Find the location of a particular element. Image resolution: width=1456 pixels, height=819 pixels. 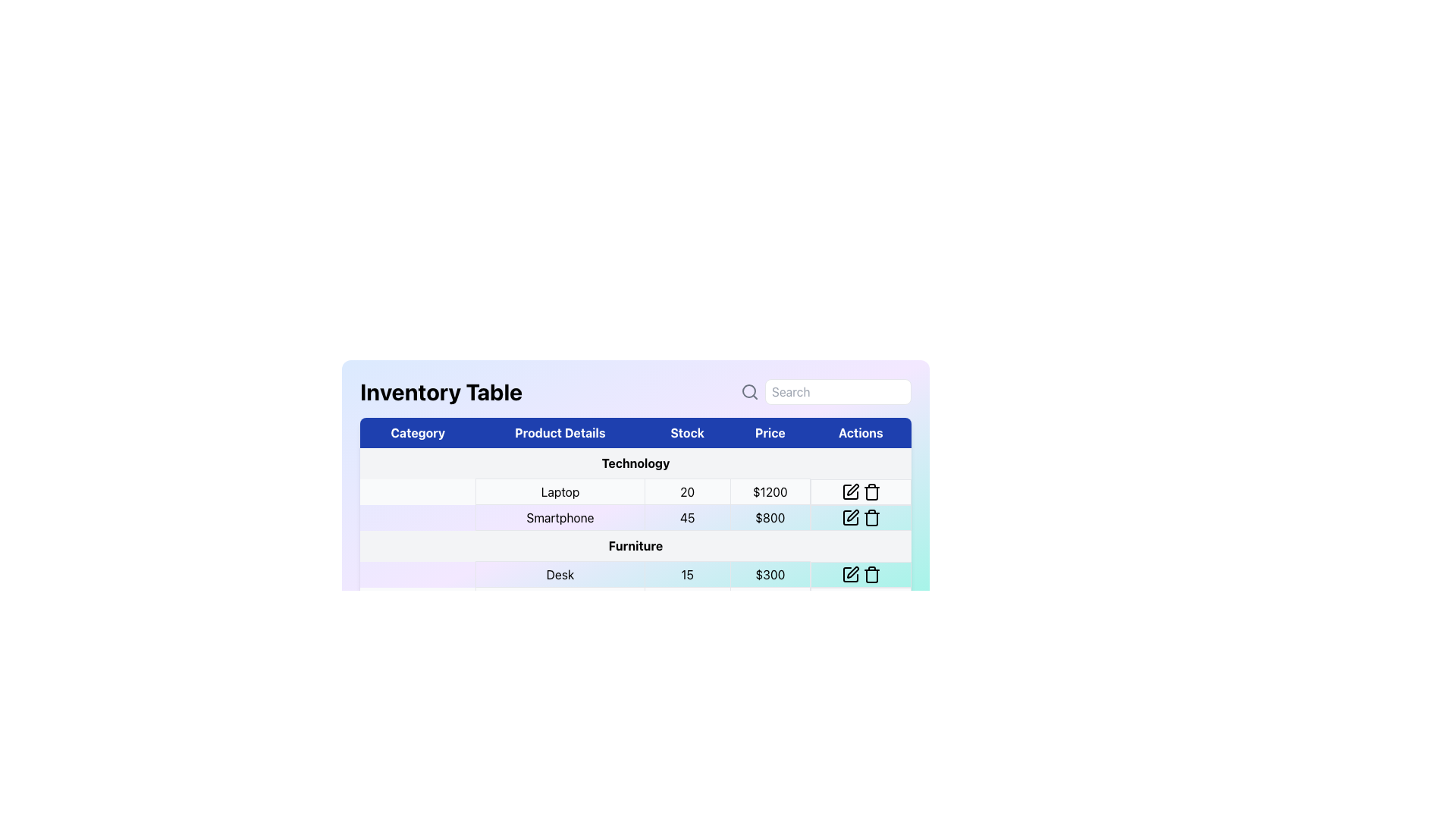

the Cell element in the data table that displays the category for 'Laptop', located at the first row and first column of the table is located at coordinates (418, 491).